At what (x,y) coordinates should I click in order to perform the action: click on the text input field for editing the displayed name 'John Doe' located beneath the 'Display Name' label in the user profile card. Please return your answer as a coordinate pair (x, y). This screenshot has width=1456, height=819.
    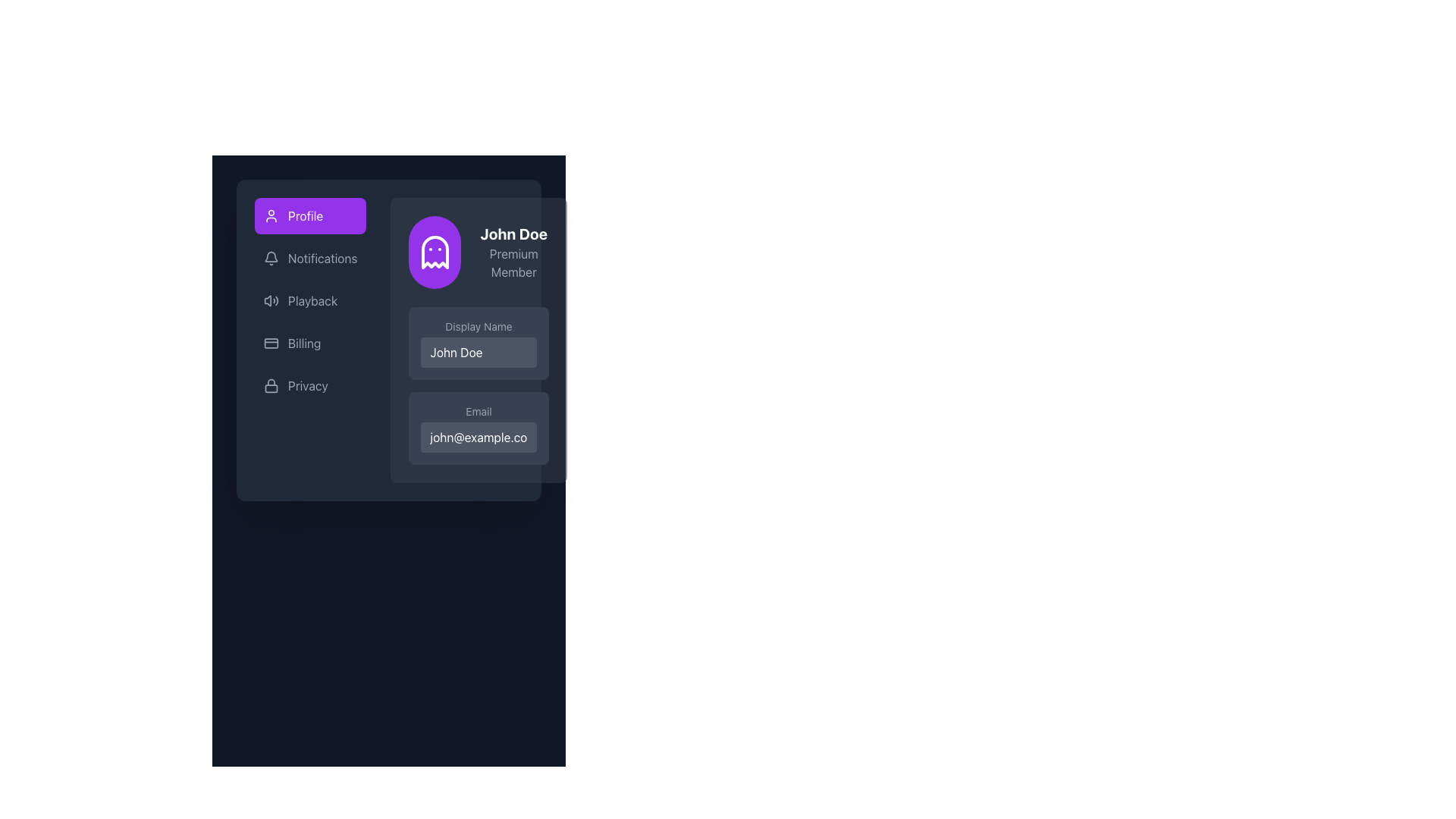
    Looking at the image, I should click on (478, 353).